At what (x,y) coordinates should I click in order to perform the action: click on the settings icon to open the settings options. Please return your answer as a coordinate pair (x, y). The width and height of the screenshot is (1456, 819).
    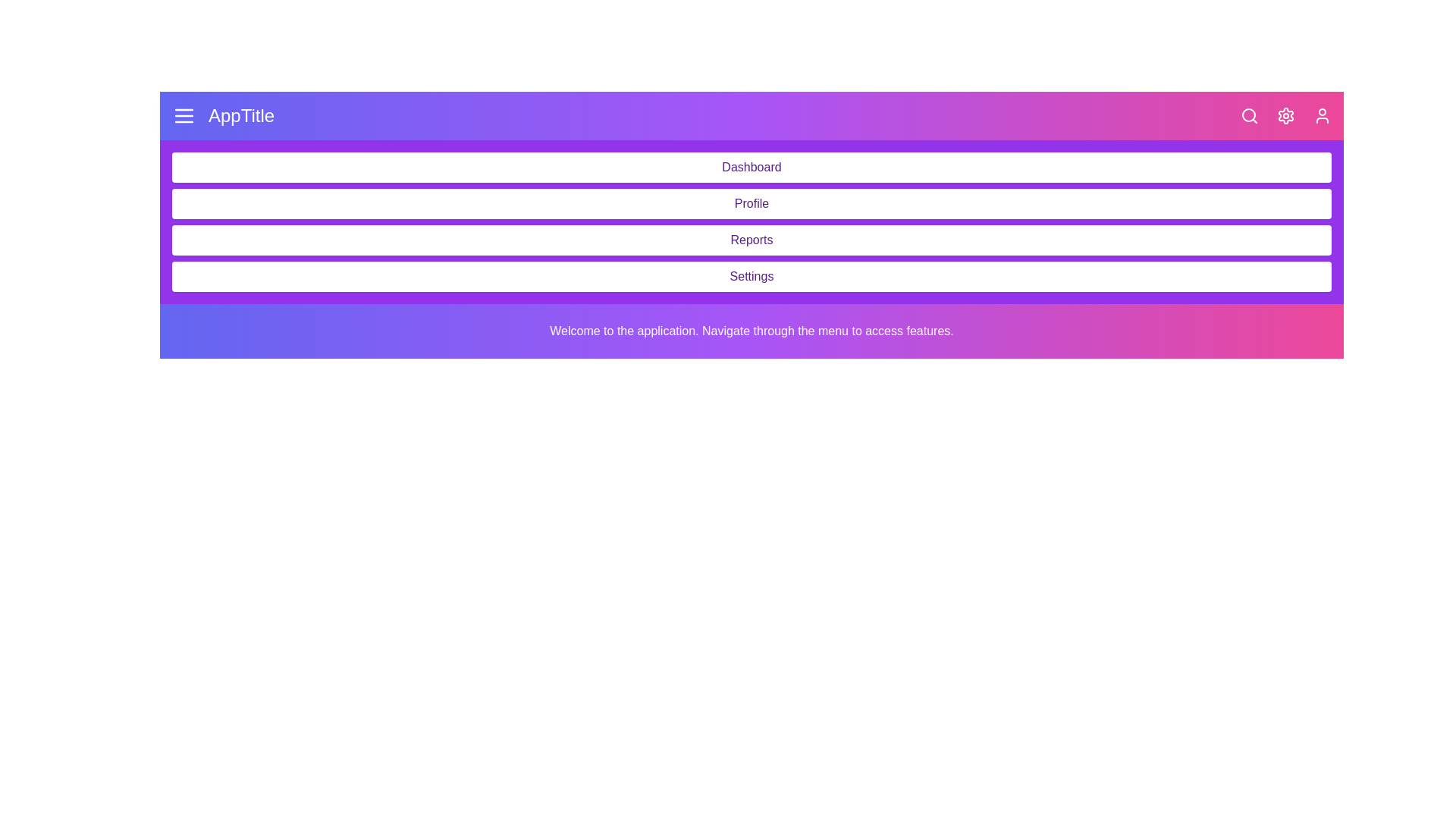
    Looking at the image, I should click on (1285, 115).